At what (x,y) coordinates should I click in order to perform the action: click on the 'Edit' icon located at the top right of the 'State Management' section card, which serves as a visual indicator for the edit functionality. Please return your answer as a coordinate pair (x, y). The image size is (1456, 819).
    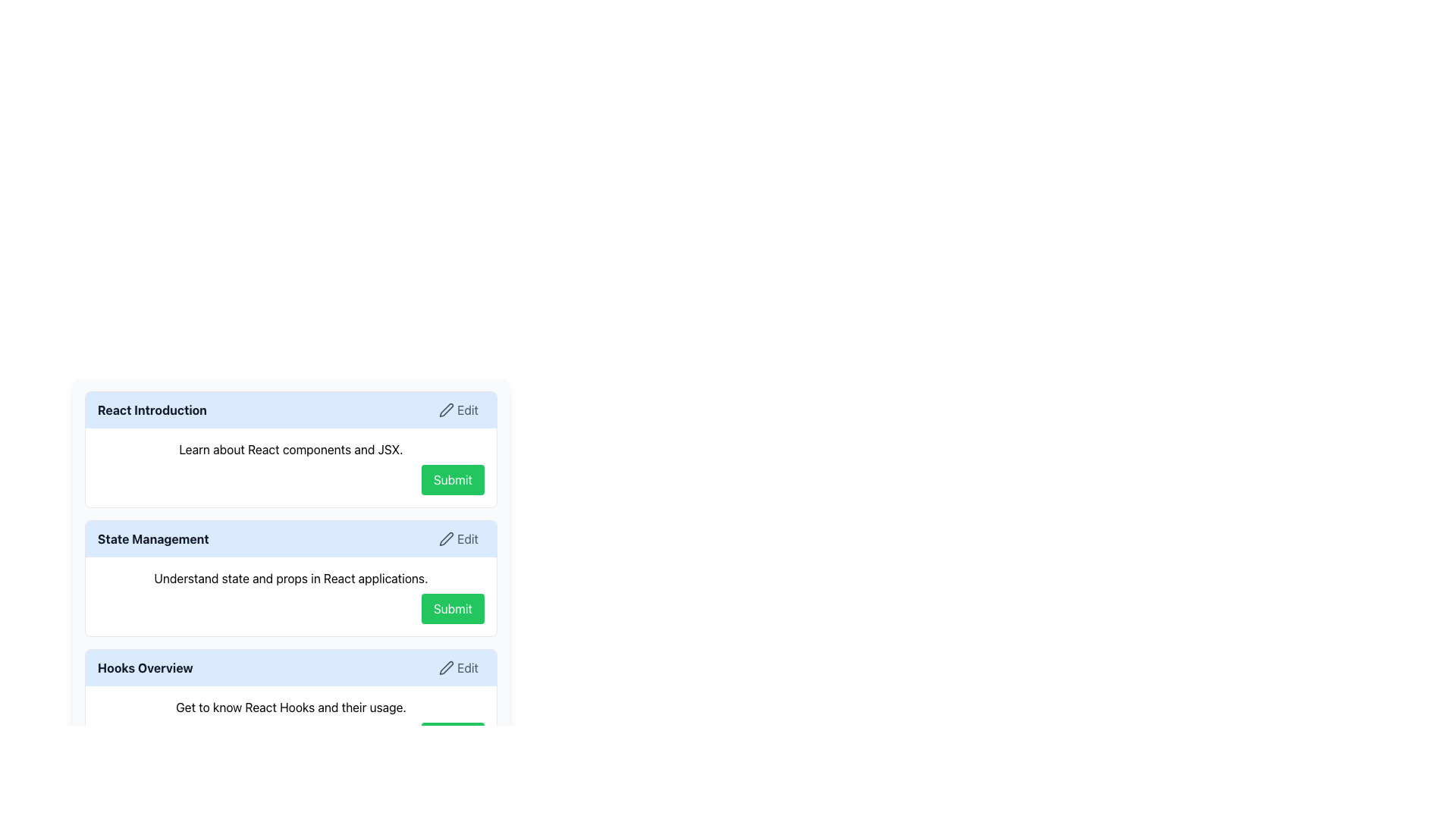
    Looking at the image, I should click on (446, 538).